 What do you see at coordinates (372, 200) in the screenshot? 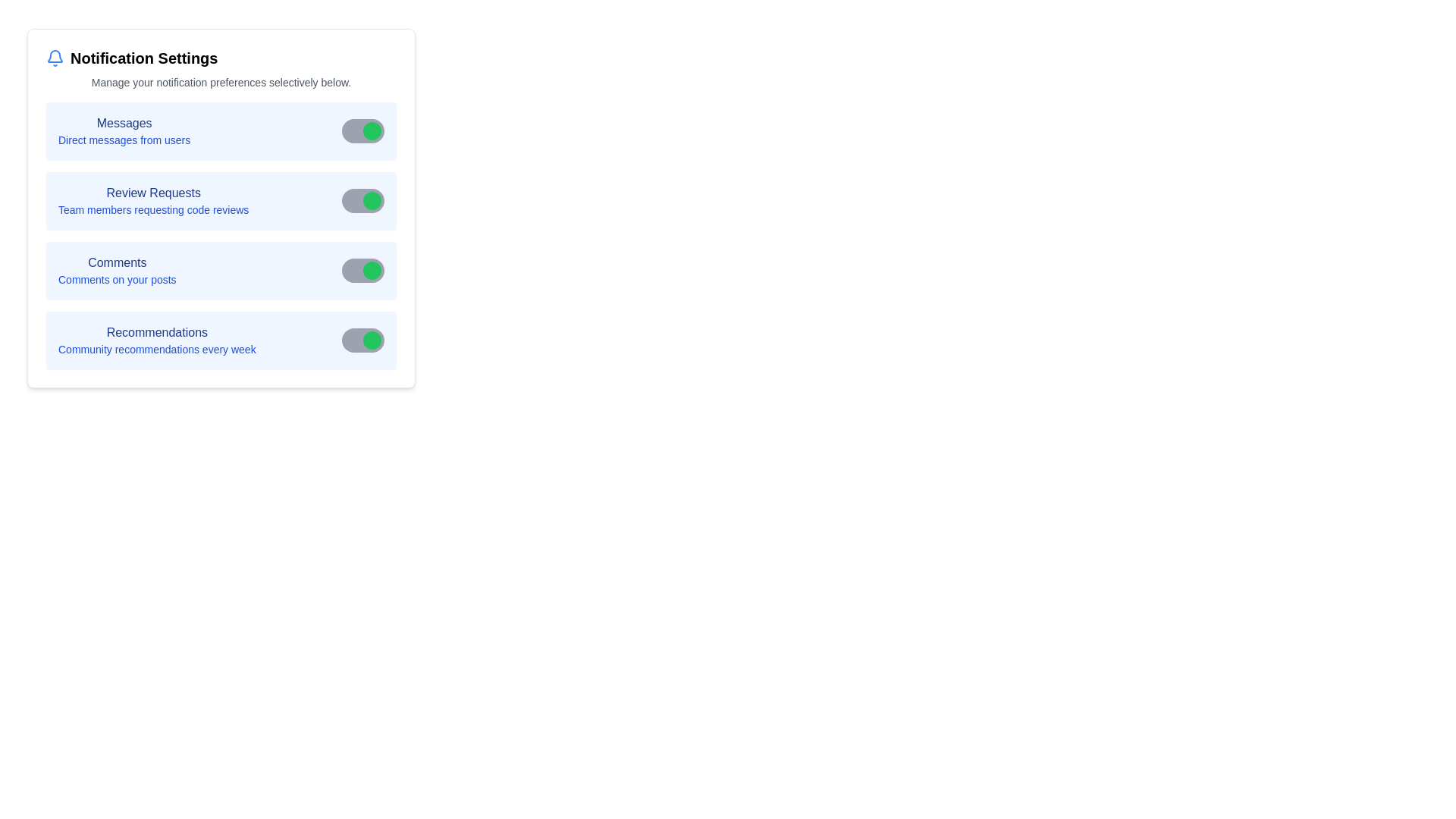
I see `the toggle handle, which is a small circular indicator with a white border and green fill for the 'Review Requests' section` at bounding box center [372, 200].